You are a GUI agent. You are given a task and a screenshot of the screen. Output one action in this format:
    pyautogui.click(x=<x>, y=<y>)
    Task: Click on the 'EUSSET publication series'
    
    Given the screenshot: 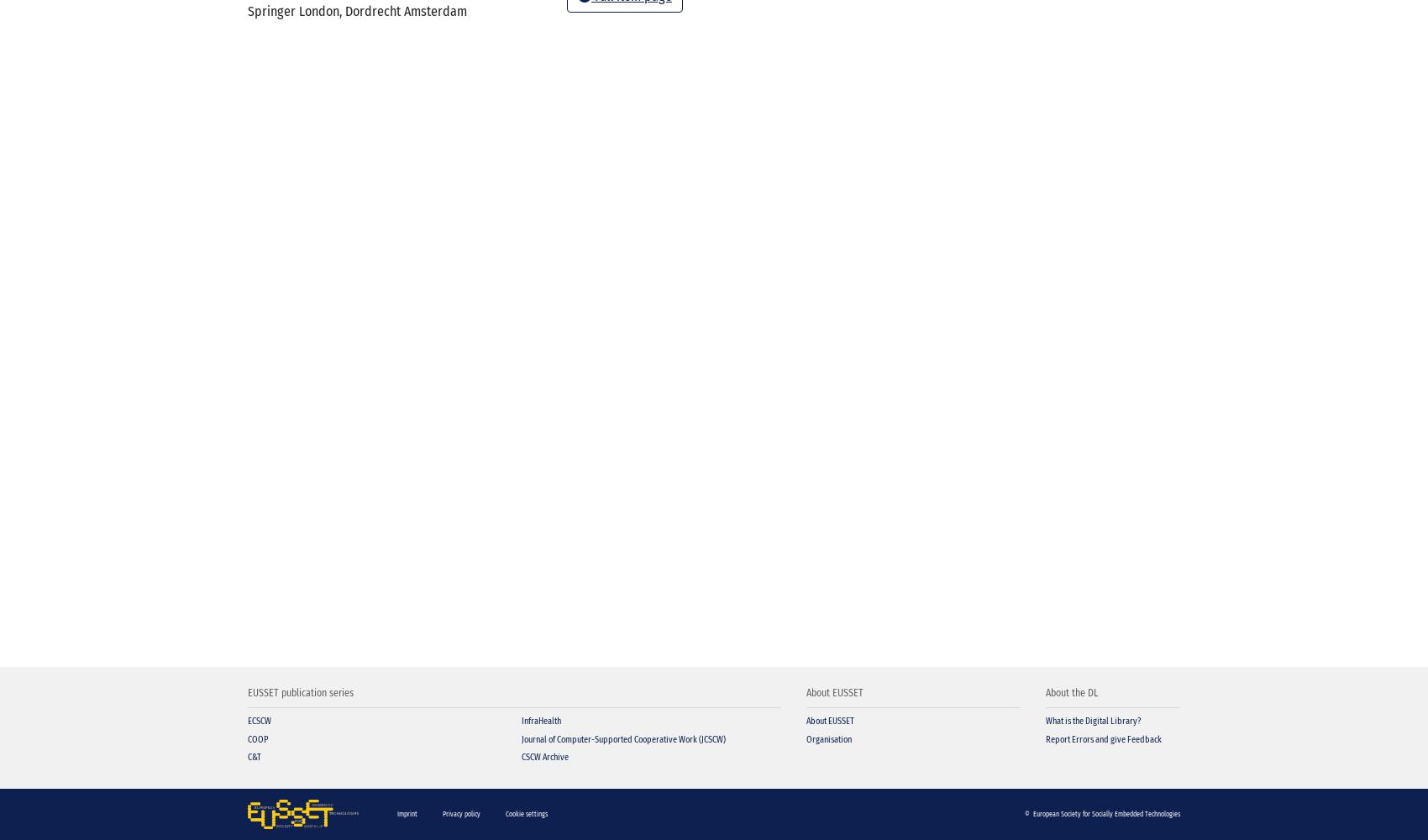 What is the action you would take?
    pyautogui.click(x=300, y=692)
    